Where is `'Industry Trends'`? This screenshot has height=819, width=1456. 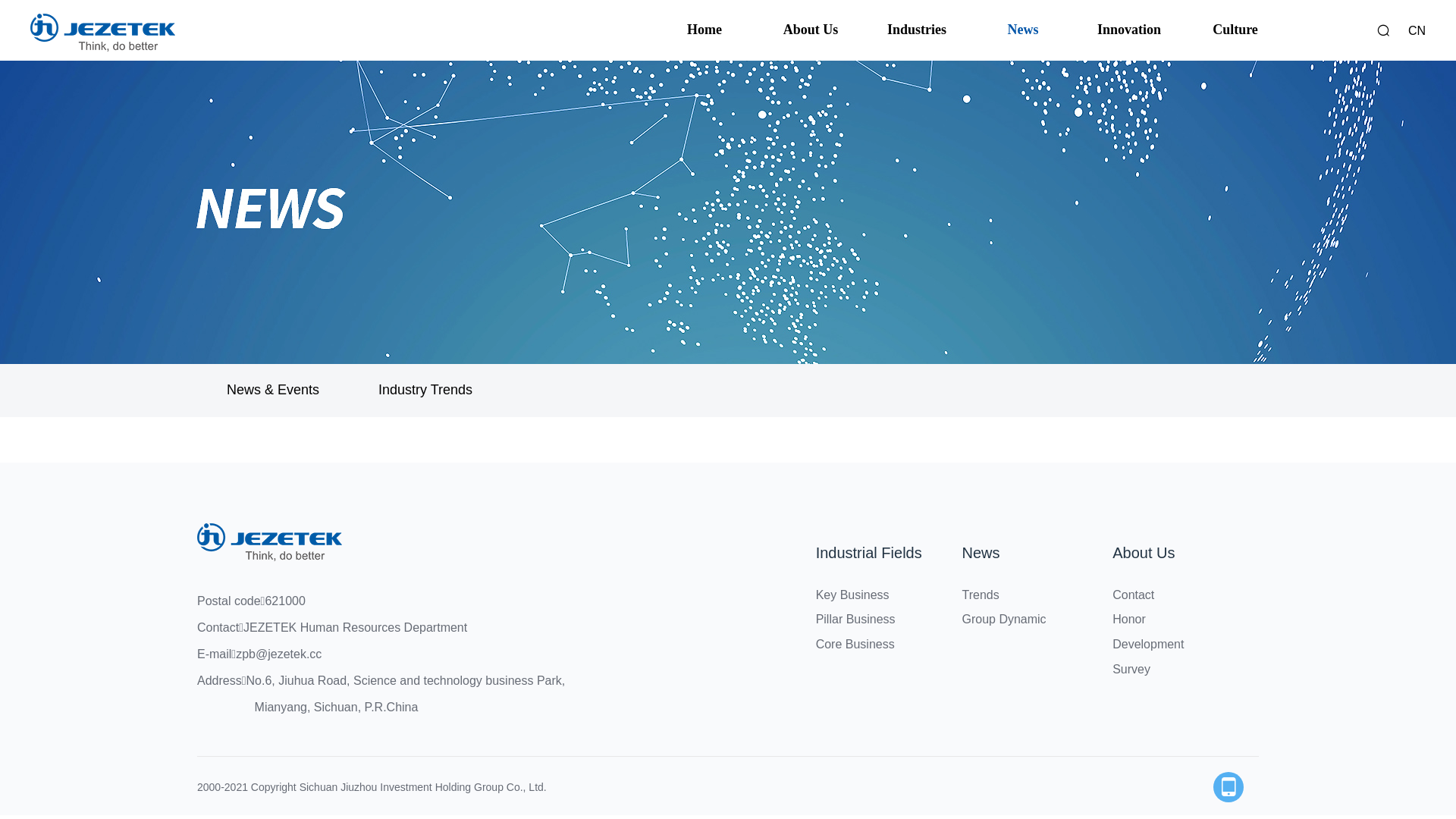
'Industry Trends' is located at coordinates (425, 390).